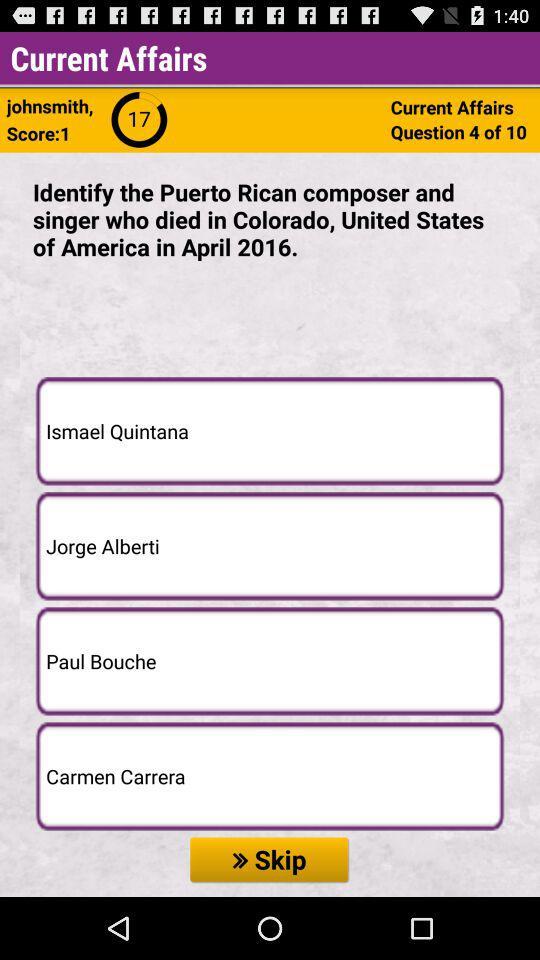 This screenshot has width=540, height=960. What do you see at coordinates (270, 661) in the screenshot?
I see `item below jorge alberti item` at bounding box center [270, 661].